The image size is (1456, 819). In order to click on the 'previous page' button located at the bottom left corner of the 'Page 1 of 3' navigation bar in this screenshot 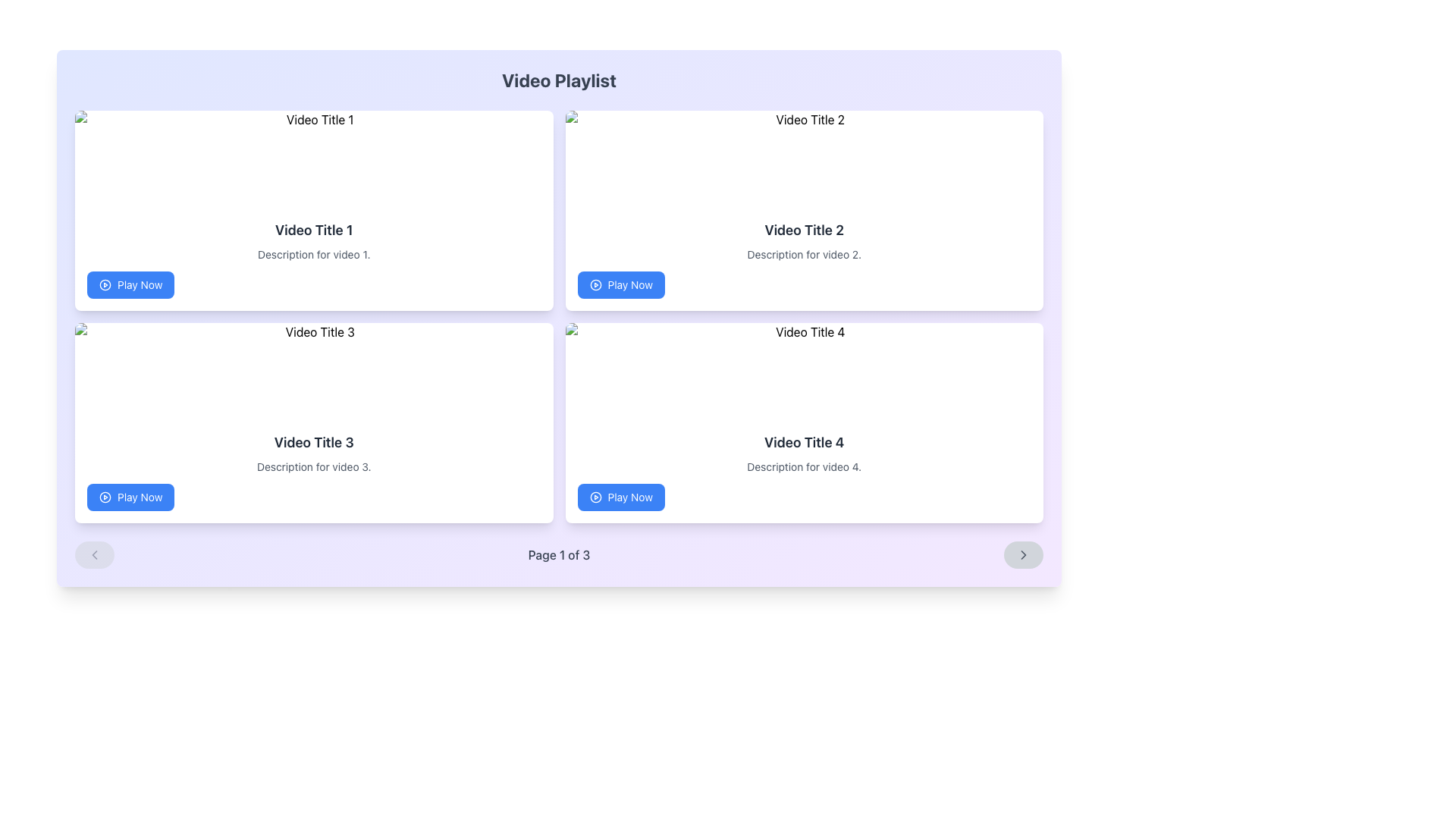, I will do `click(93, 555)`.